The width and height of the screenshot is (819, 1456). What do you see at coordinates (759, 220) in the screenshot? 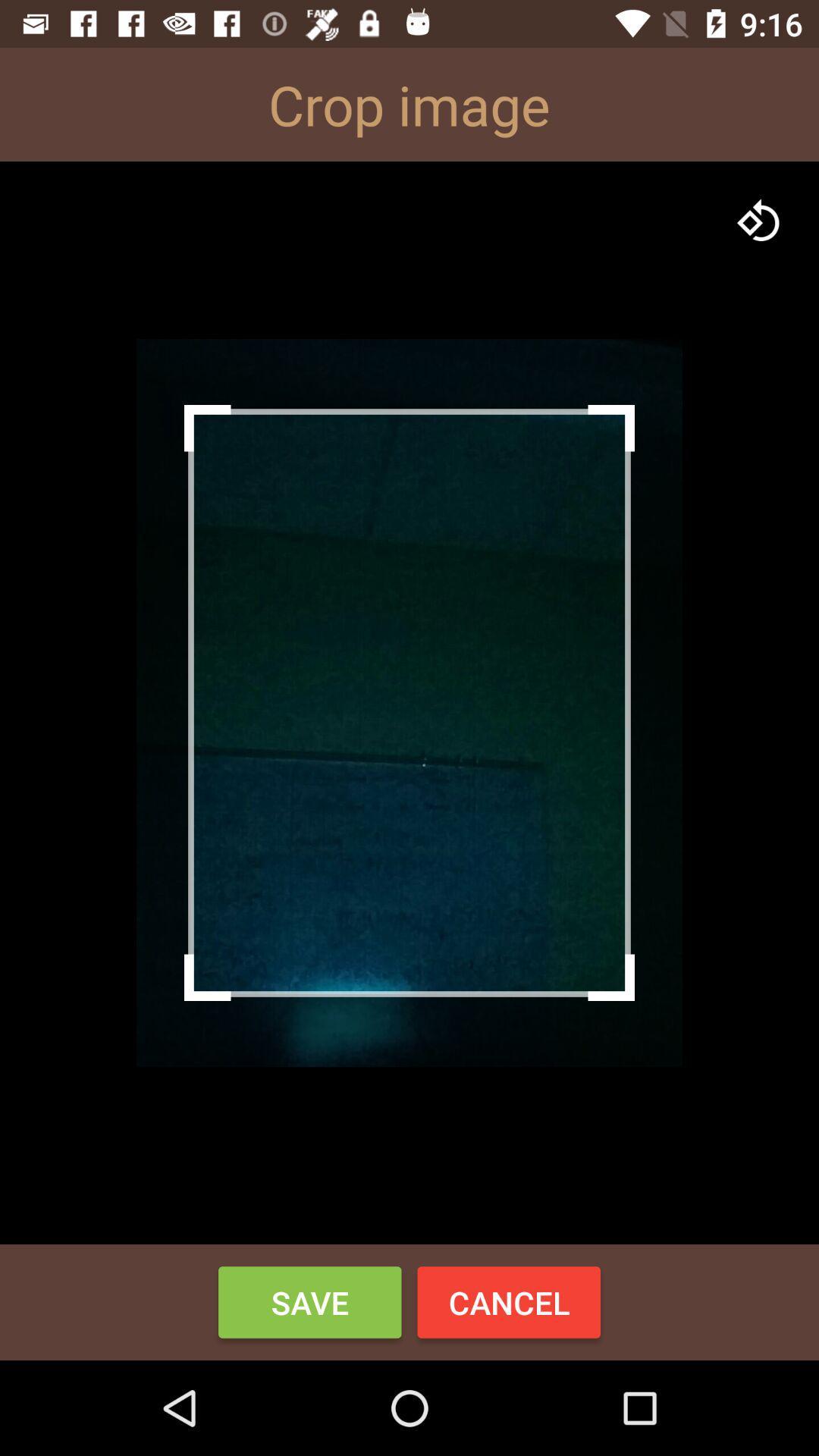
I see `the item at the top right corner` at bounding box center [759, 220].